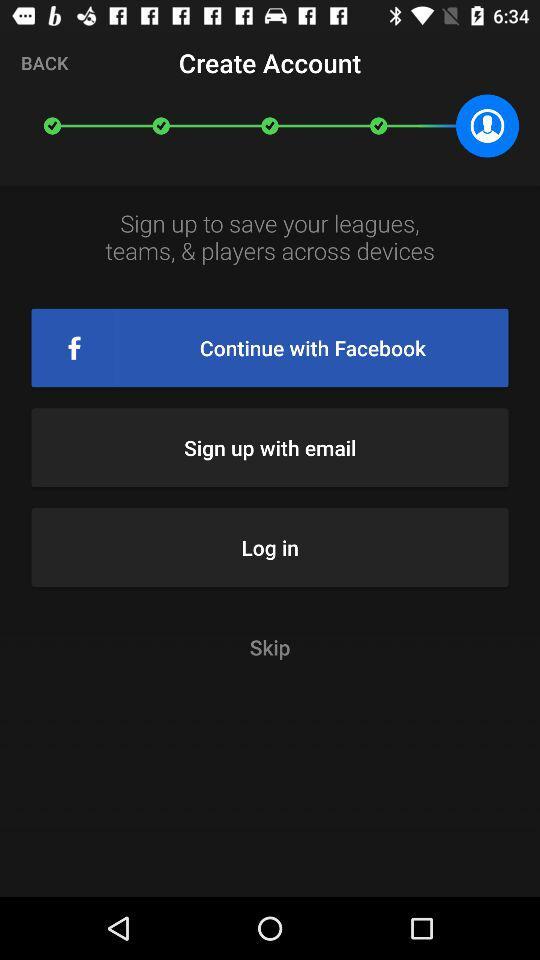 The image size is (540, 960). What do you see at coordinates (270, 646) in the screenshot?
I see `icon below log in item` at bounding box center [270, 646].